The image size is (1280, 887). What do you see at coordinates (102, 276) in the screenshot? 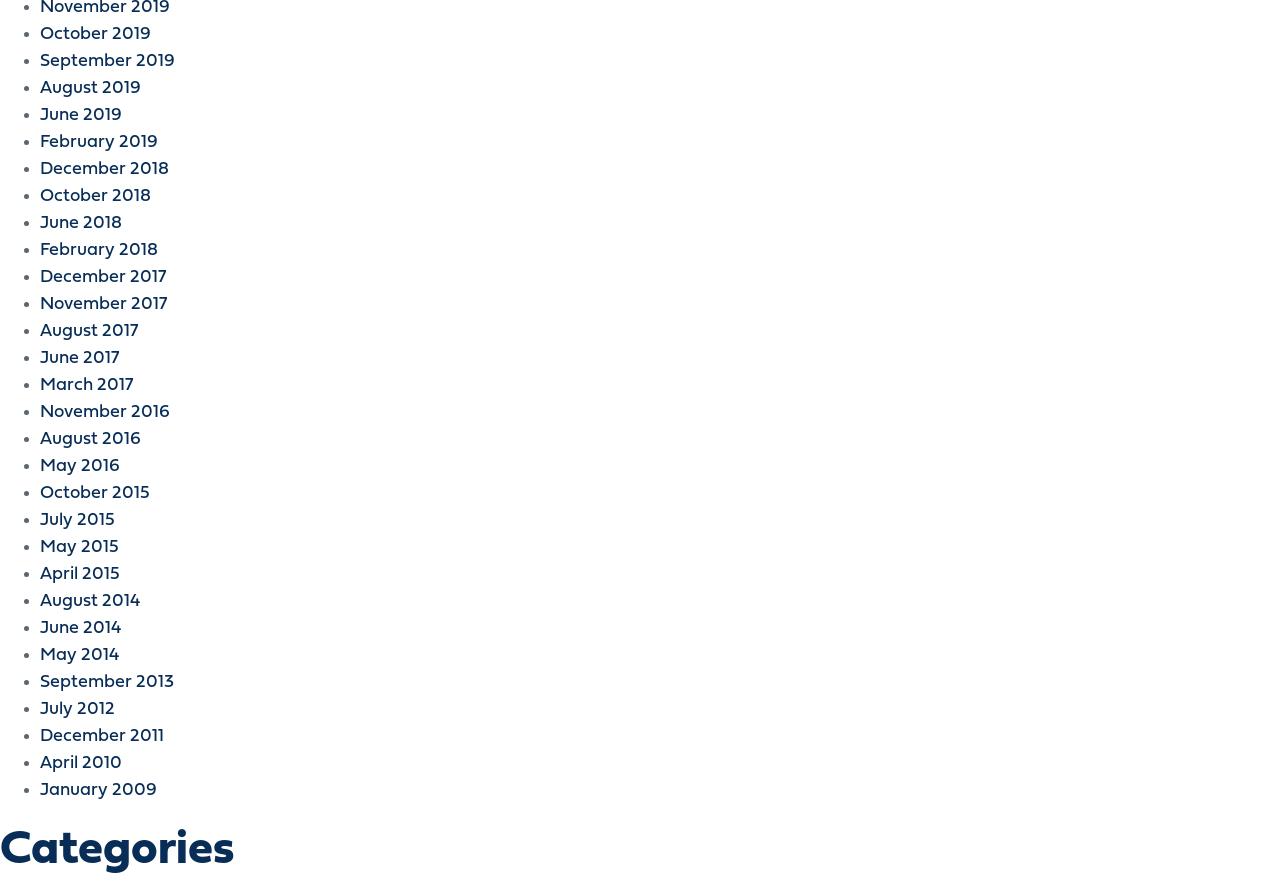
I see `'December 2017'` at bounding box center [102, 276].